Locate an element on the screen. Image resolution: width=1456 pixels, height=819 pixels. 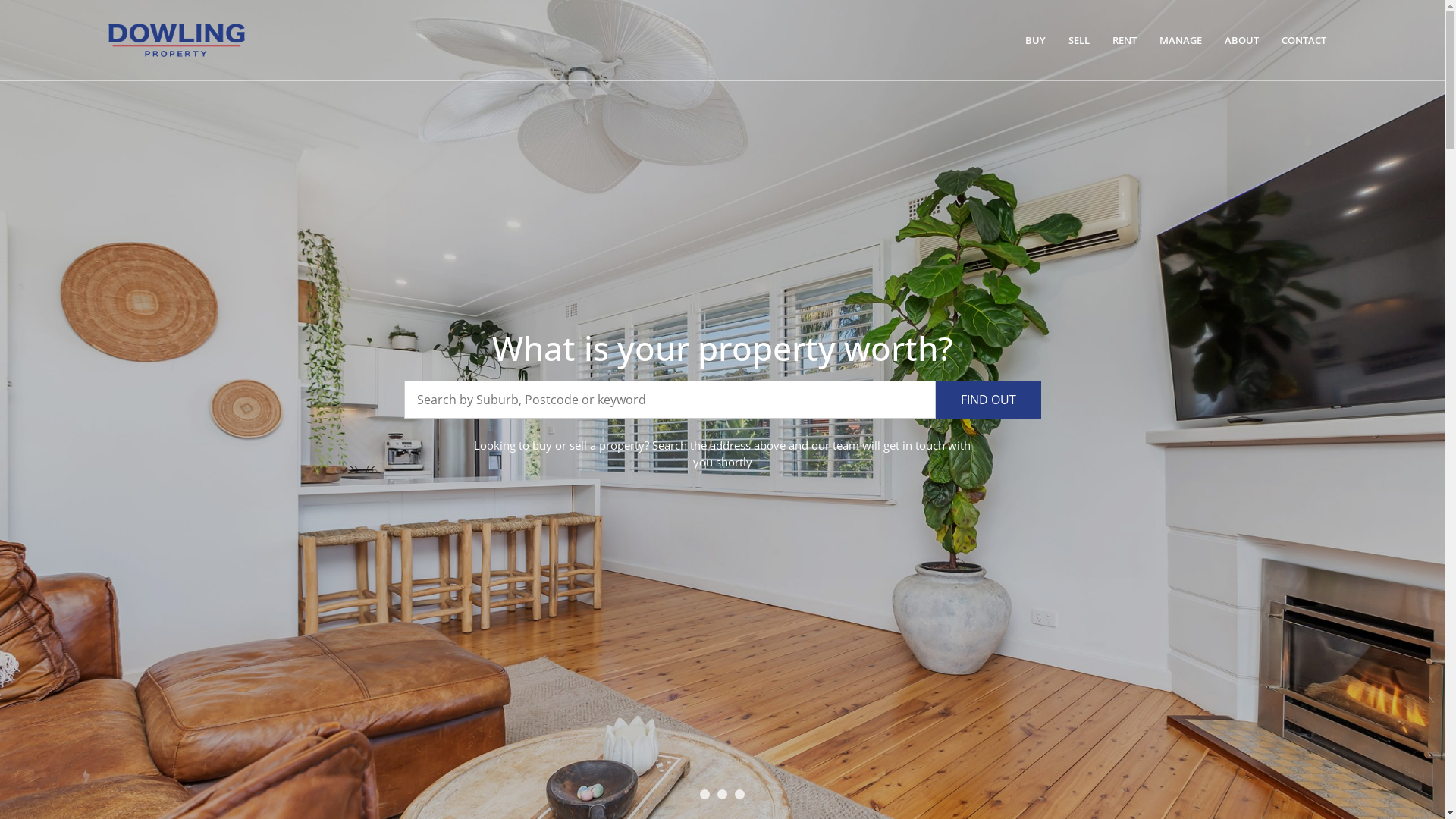
'ABOUT' is located at coordinates (1241, 39).